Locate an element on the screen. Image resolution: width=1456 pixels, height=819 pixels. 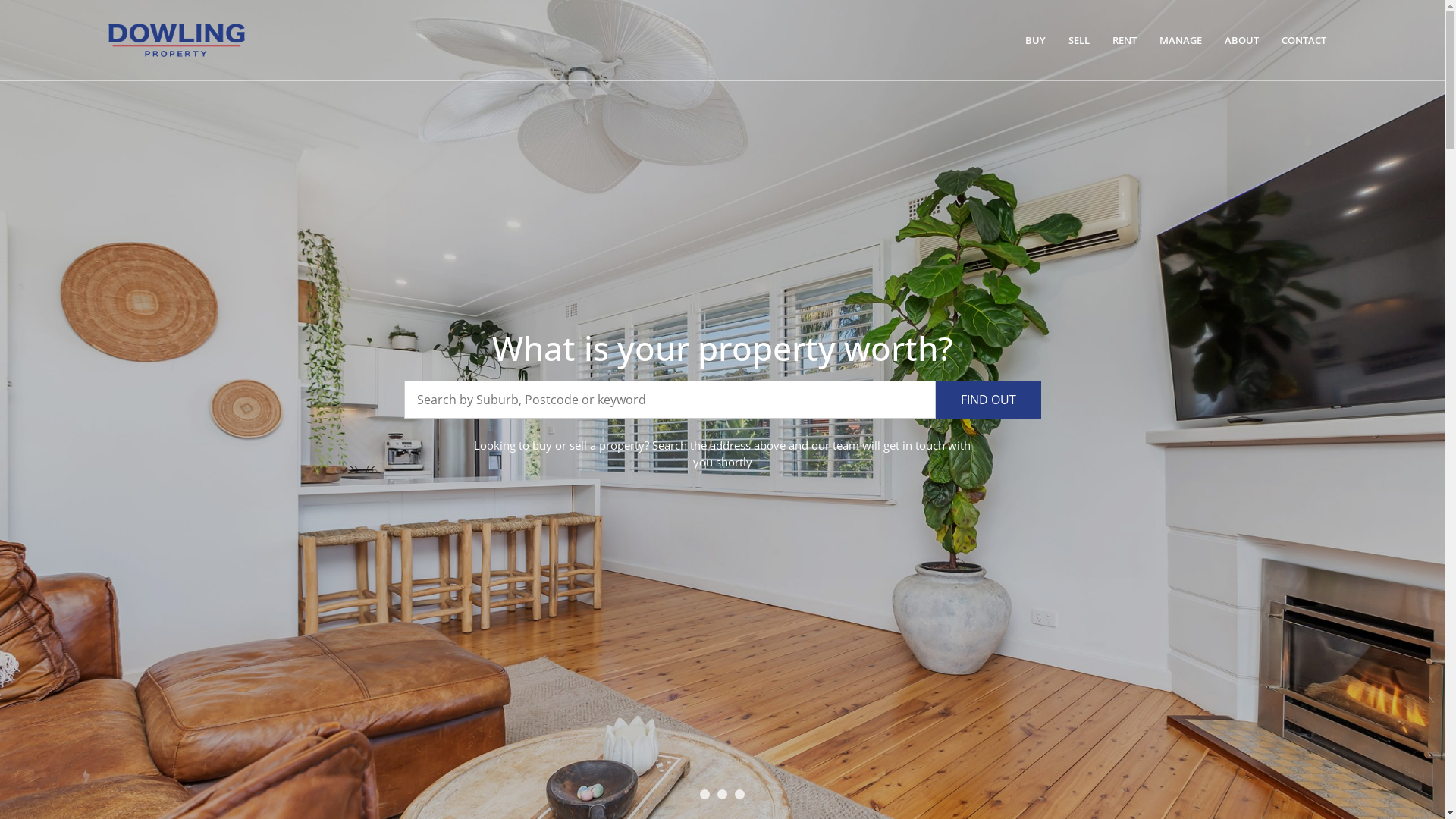
'ABOUT' is located at coordinates (1241, 39).